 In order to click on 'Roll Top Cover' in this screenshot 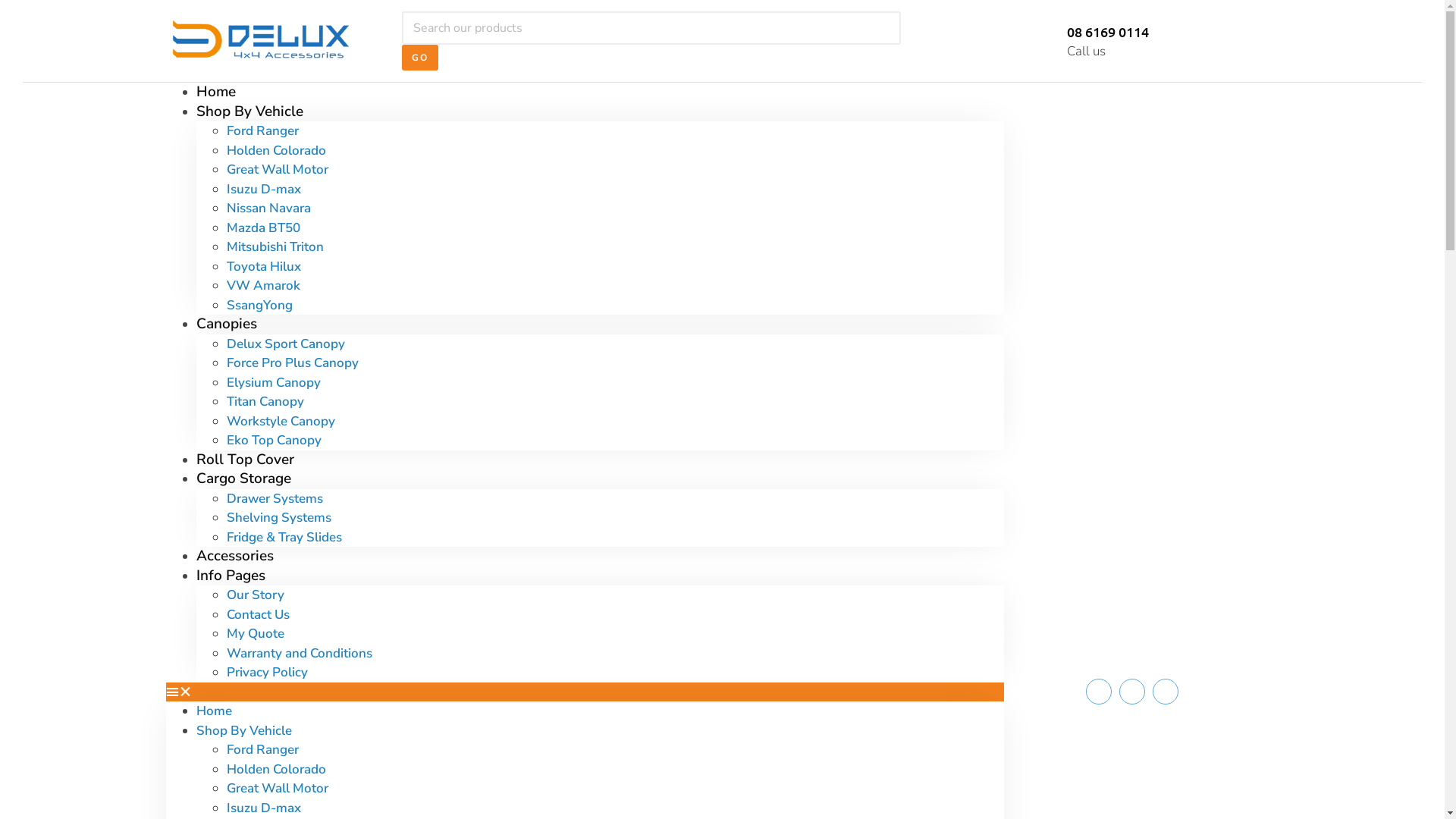, I will do `click(244, 458)`.